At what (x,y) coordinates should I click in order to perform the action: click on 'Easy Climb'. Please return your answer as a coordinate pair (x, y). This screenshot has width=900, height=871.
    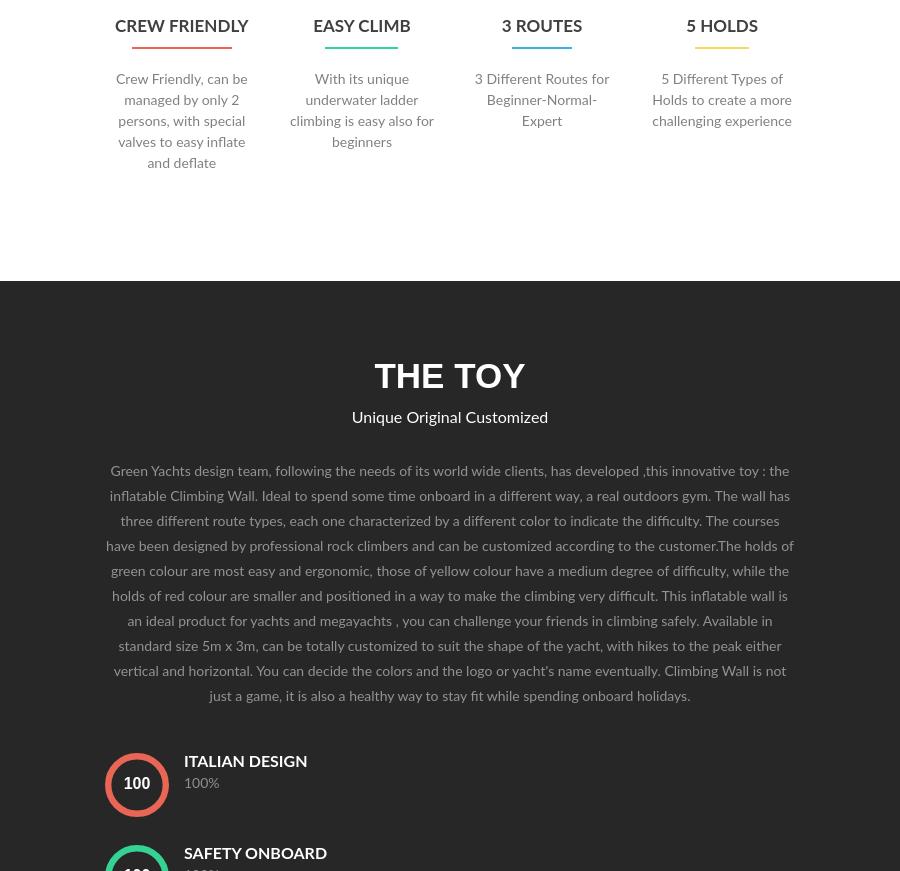
    Looking at the image, I should click on (361, 25).